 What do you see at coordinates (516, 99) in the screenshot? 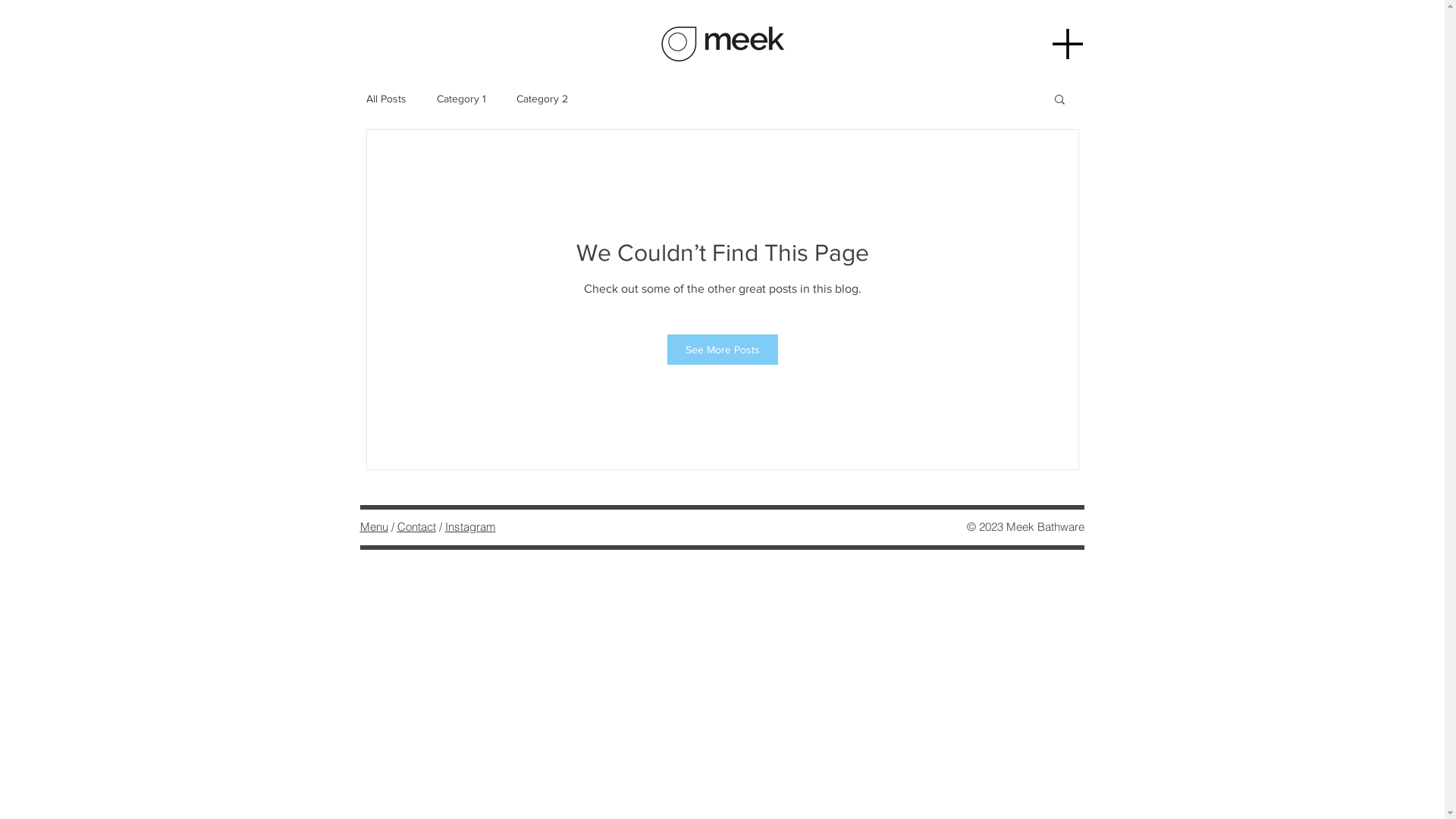
I see `'Category 2'` at bounding box center [516, 99].